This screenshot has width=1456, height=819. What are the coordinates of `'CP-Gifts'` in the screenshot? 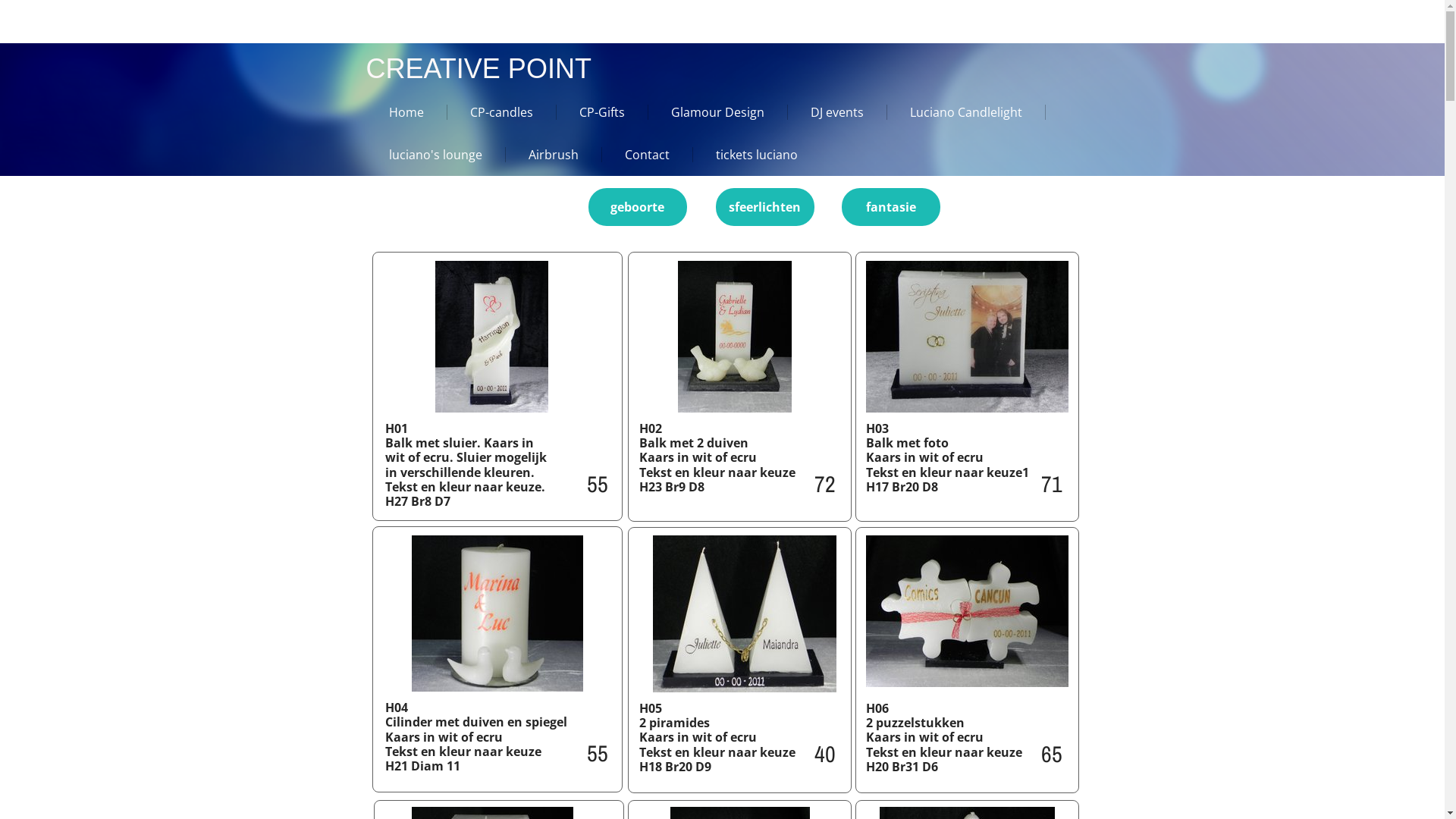 It's located at (591, 111).